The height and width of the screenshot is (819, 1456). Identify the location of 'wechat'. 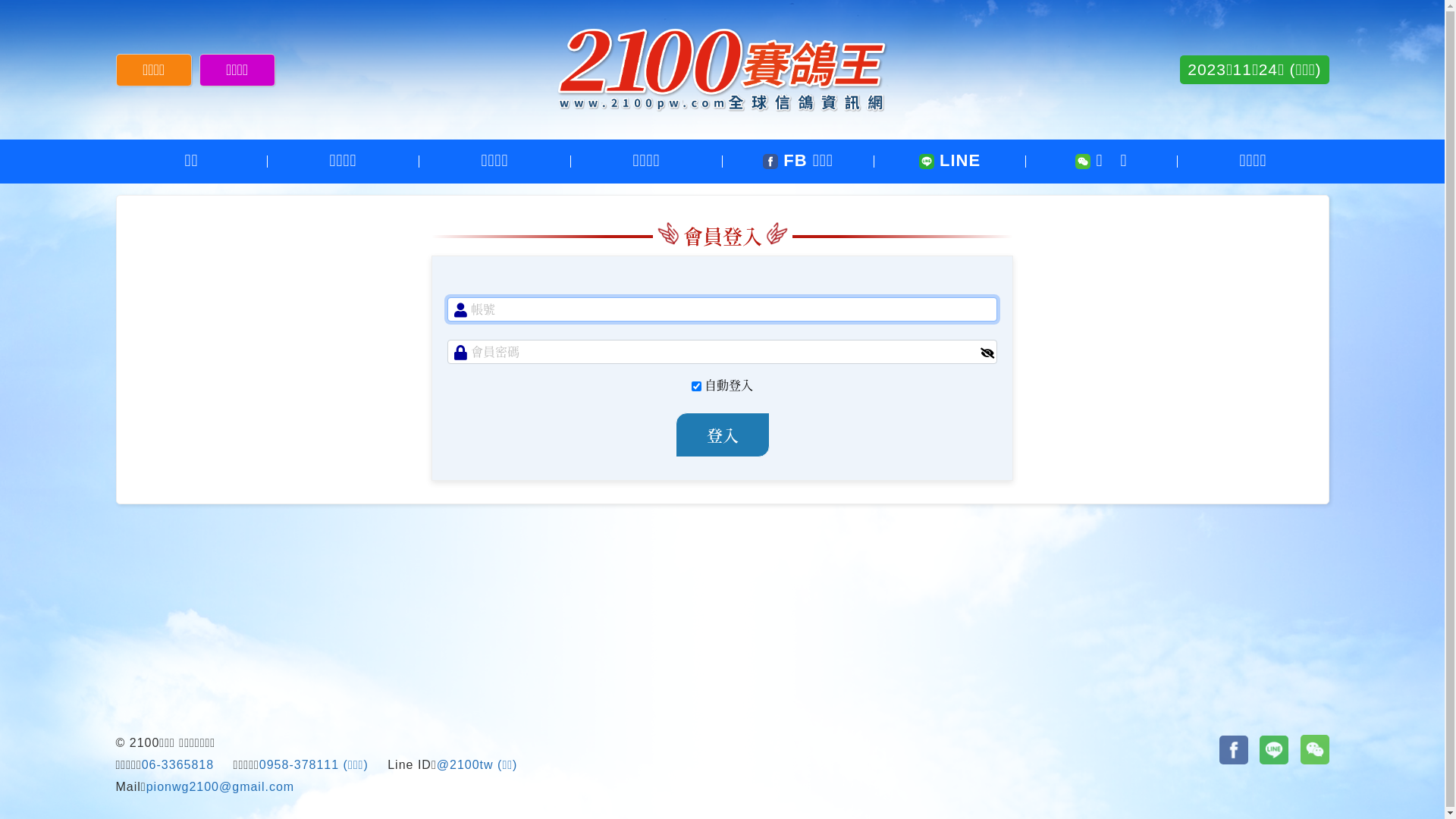
(1313, 748).